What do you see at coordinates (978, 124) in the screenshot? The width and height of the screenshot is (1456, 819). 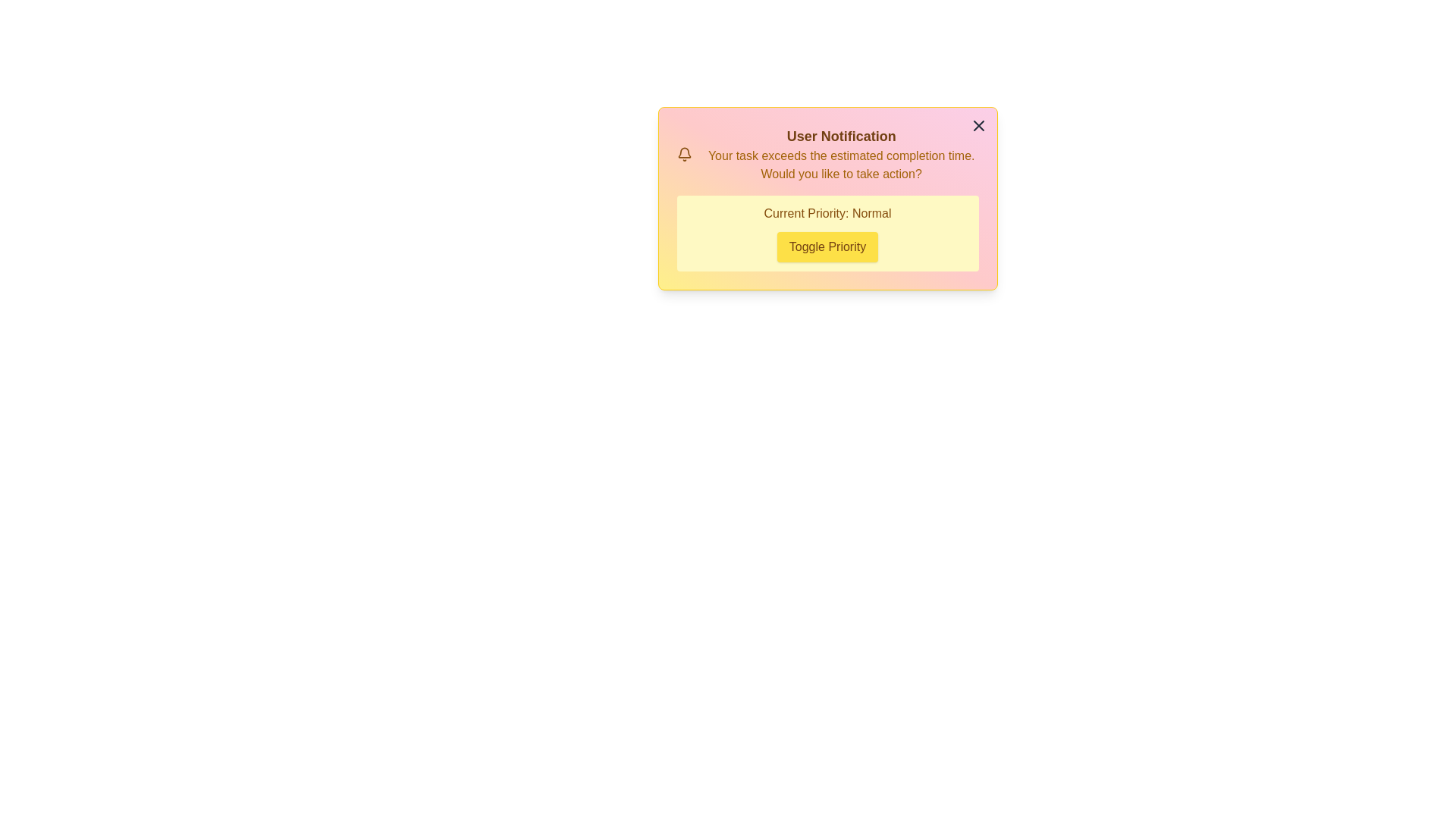 I see `the close button in the top-right corner of the alert` at bounding box center [978, 124].